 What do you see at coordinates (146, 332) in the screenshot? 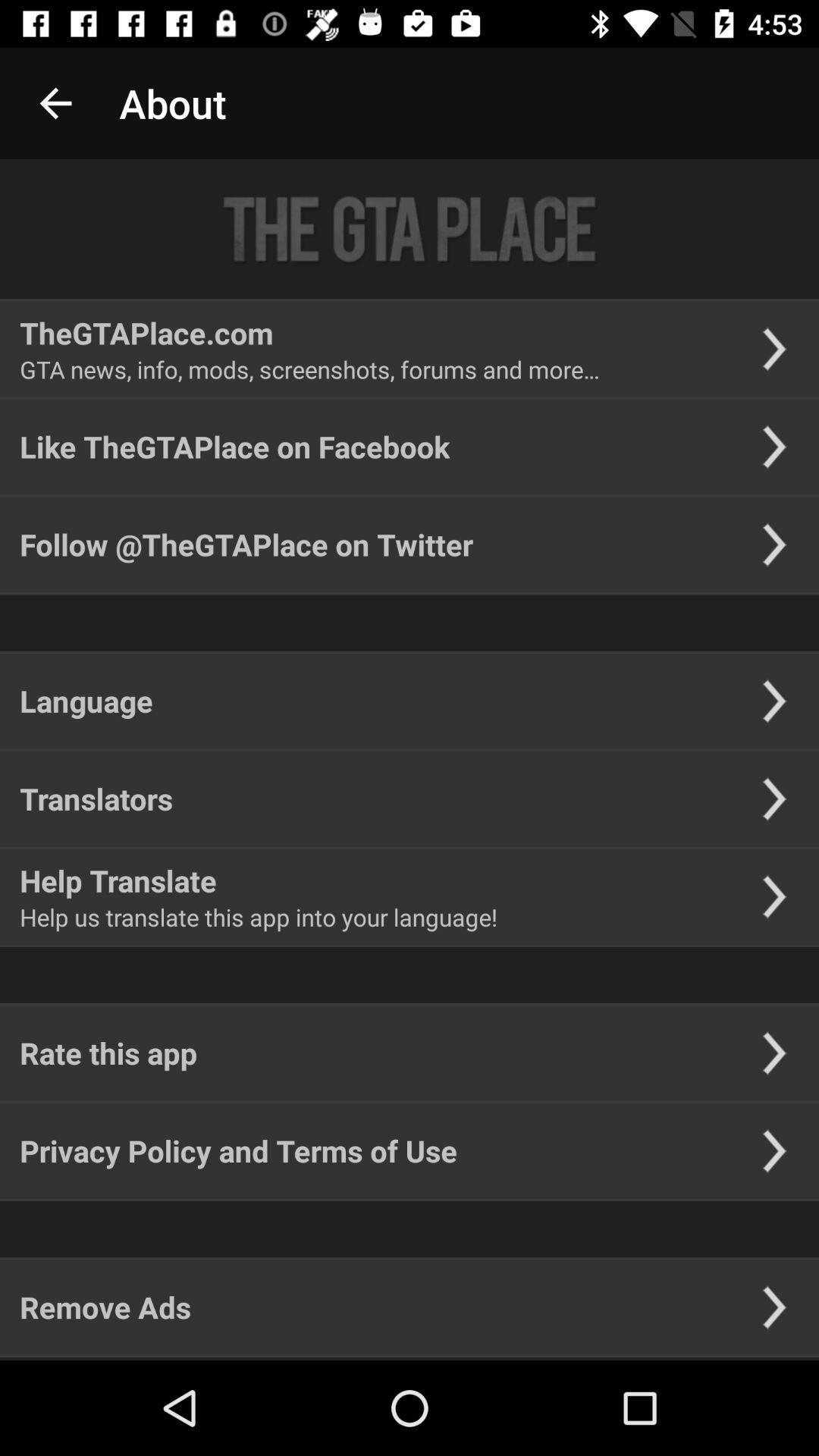
I see `item above gta news info` at bounding box center [146, 332].